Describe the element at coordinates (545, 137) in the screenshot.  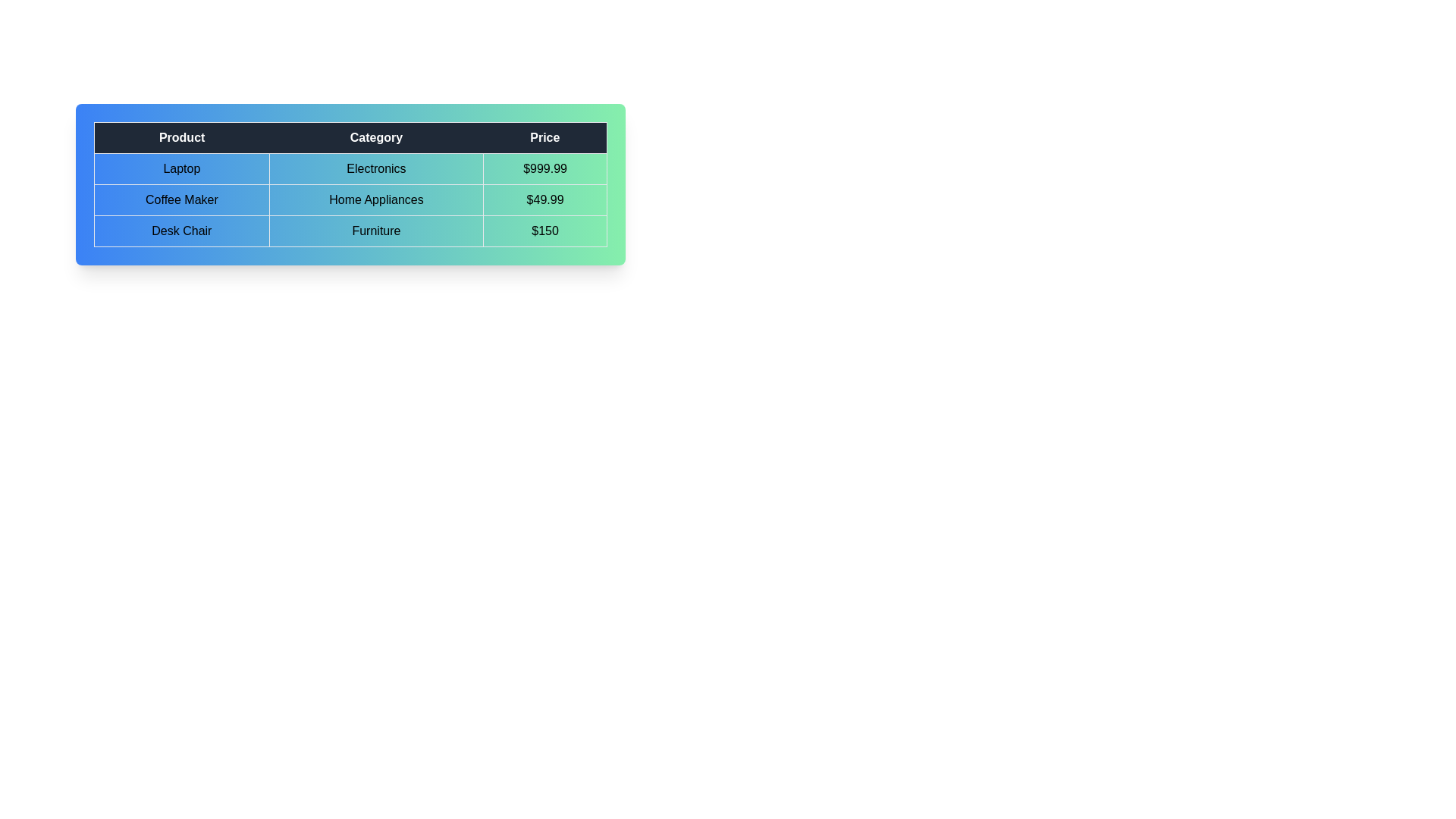
I see `the Table Header Cell displaying 'Price', which is the rightmost header in a row that includes 'Product' and 'Category'` at that location.